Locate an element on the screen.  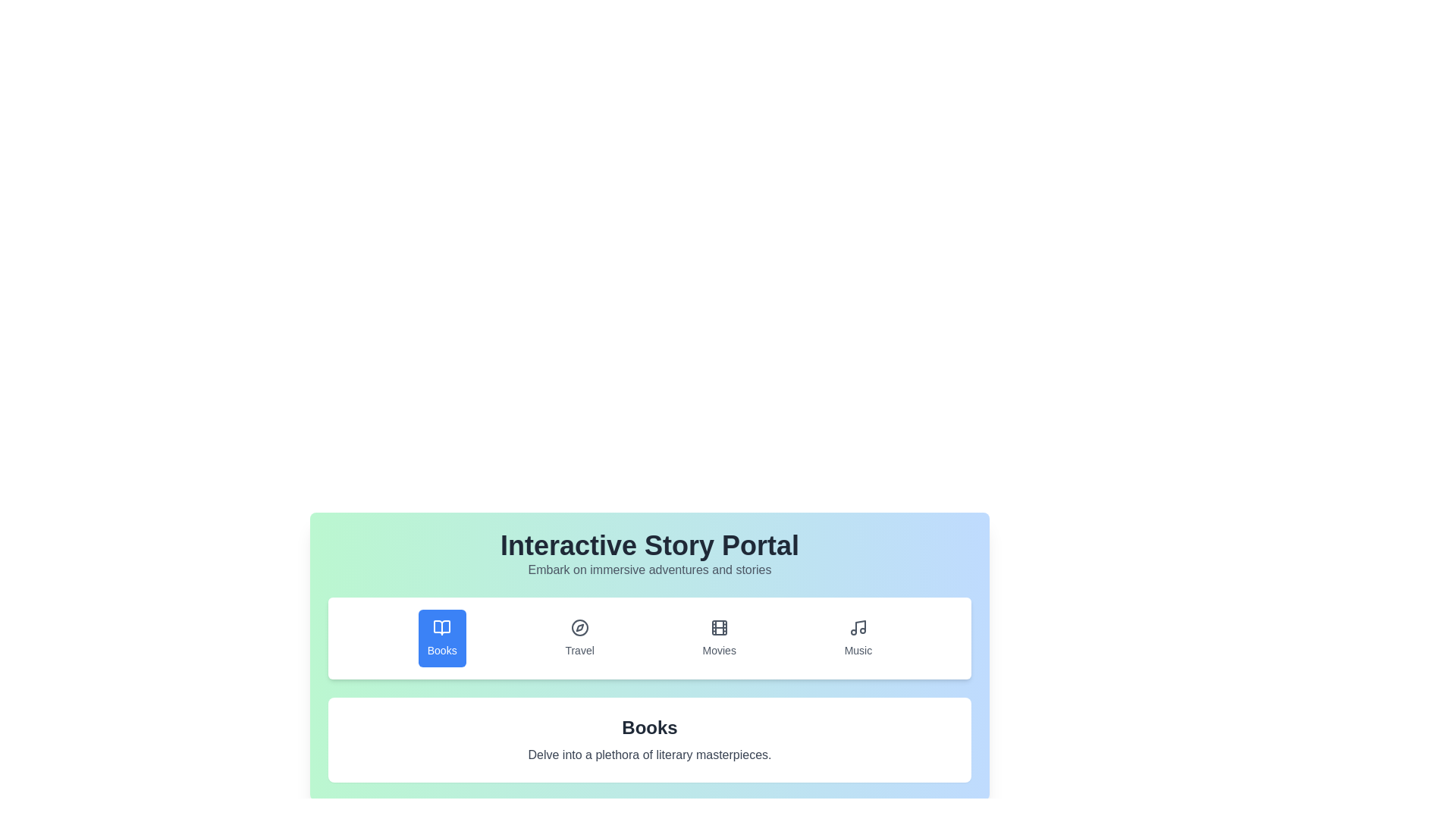
the 'Travel' button, which is the second clickable option in a group of four items (Books, Travel, Movies, Music) is located at coordinates (579, 638).